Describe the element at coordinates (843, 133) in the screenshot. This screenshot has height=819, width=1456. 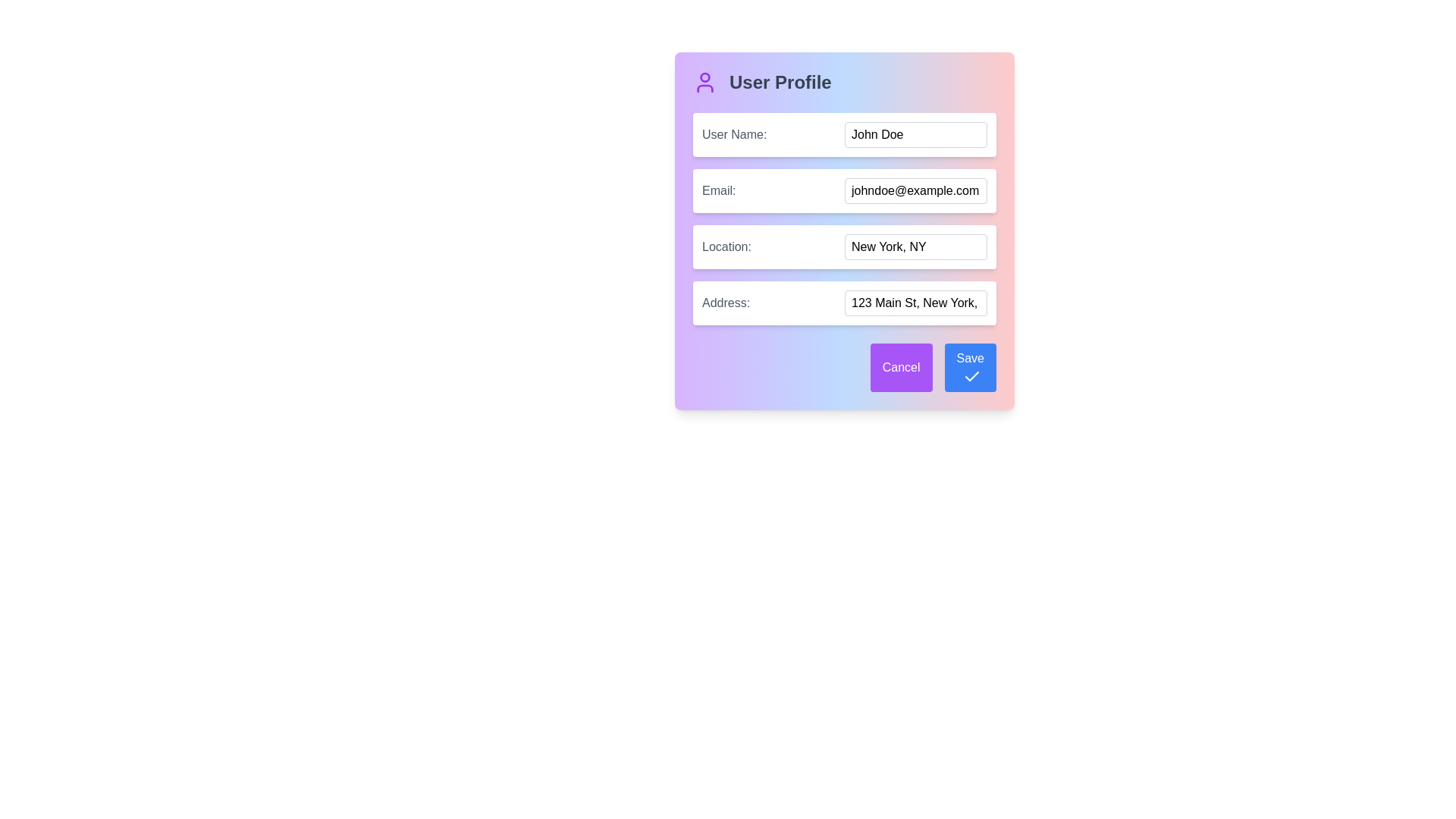
I see `the input field labeled 'User Name:' to focus on it` at that location.